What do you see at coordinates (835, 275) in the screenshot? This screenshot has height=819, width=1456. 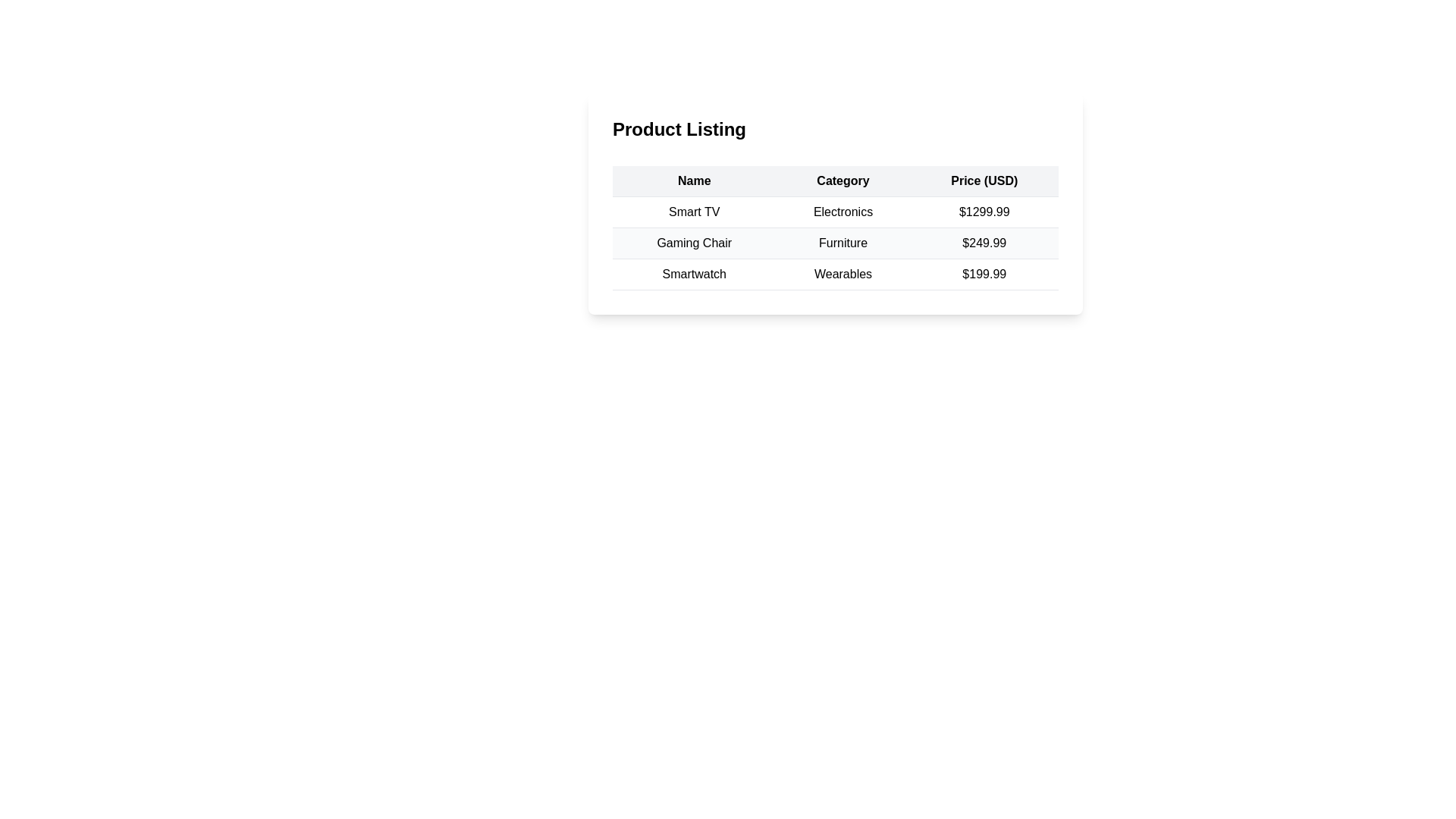 I see `details of the 'Smartwatch' product displayed in the third row of the table, which is priced at '$199.99'` at bounding box center [835, 275].